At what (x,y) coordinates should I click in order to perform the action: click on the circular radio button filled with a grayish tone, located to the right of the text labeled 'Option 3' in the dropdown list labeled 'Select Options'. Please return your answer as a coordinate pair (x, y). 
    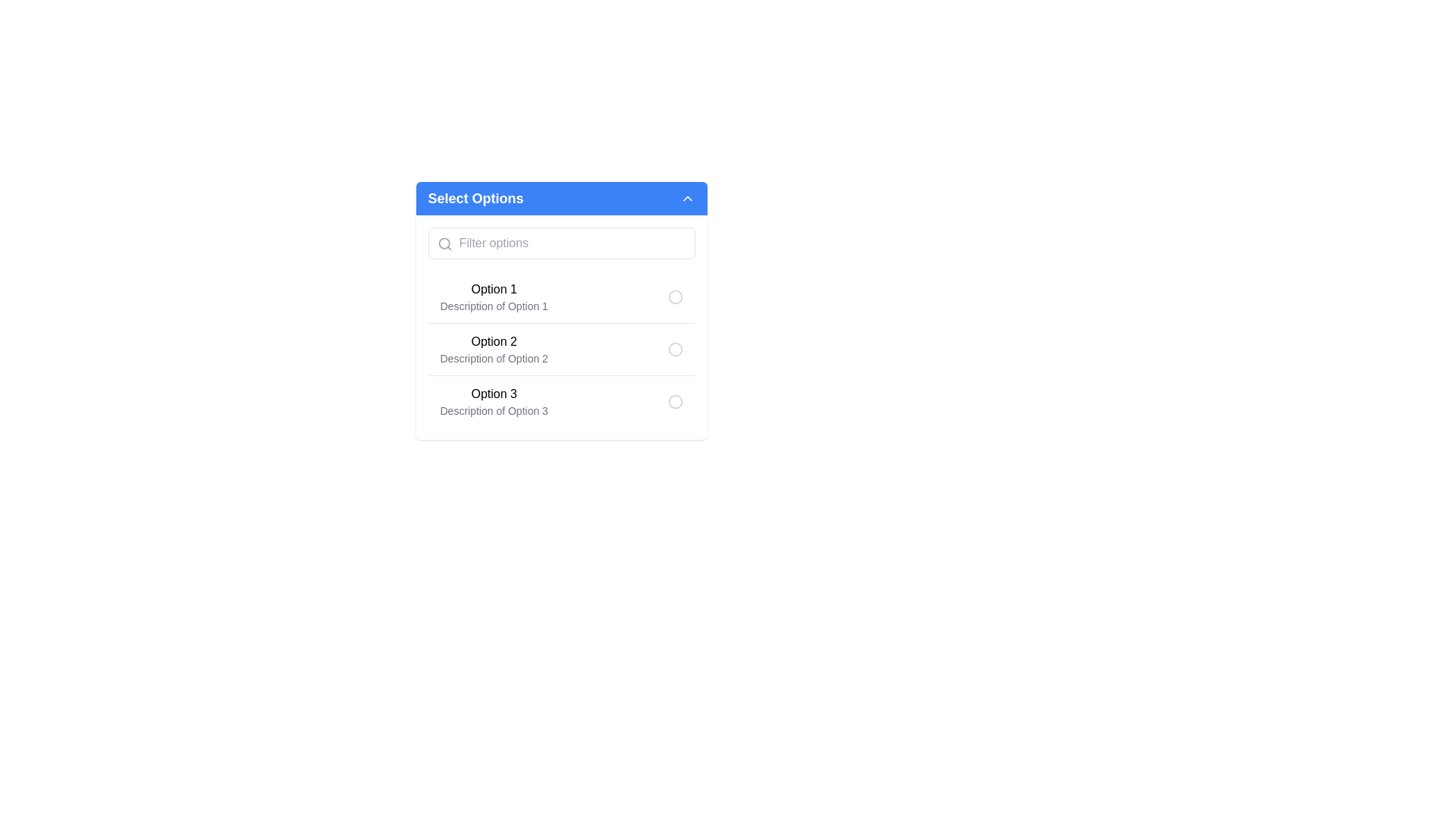
    Looking at the image, I should click on (674, 400).